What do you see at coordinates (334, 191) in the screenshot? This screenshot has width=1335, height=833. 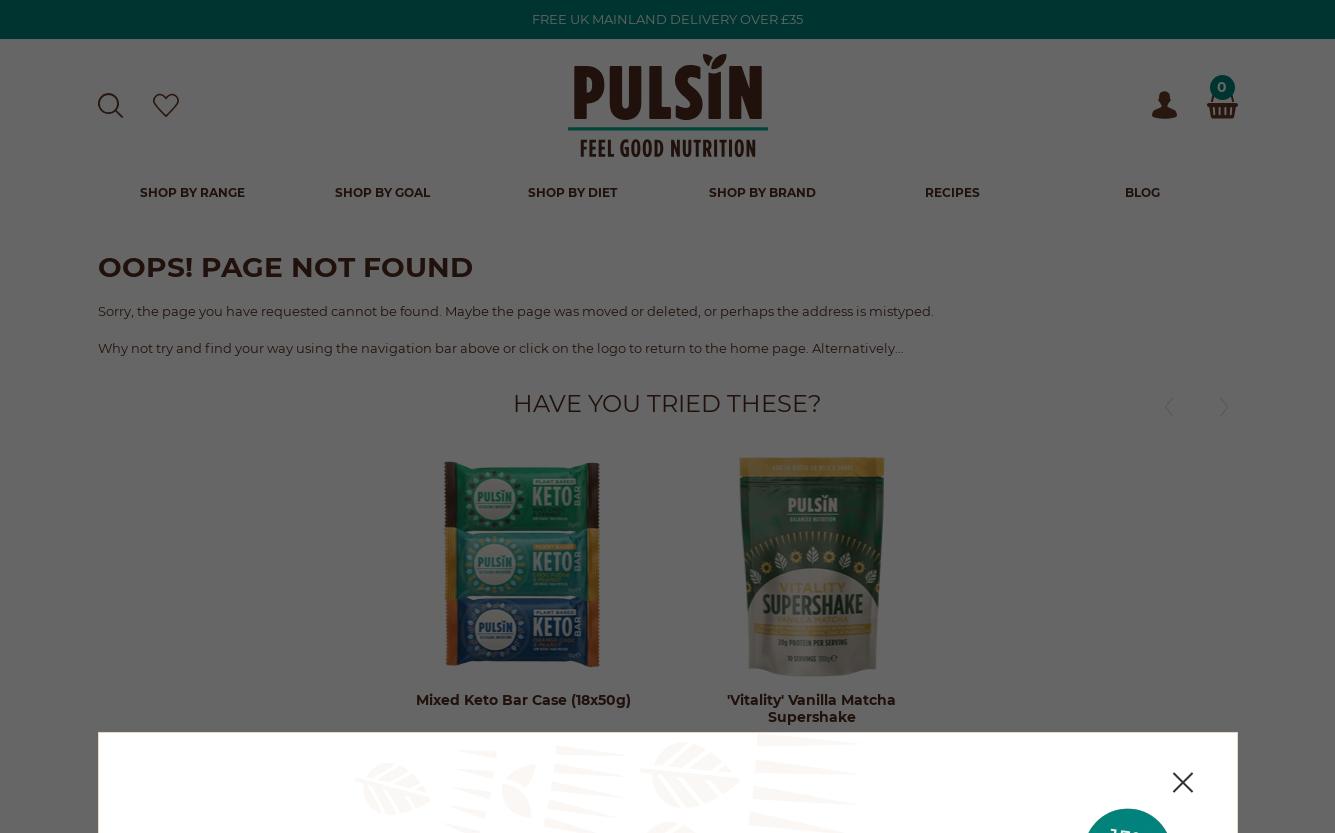 I see `'Shop by Goal'` at bounding box center [334, 191].